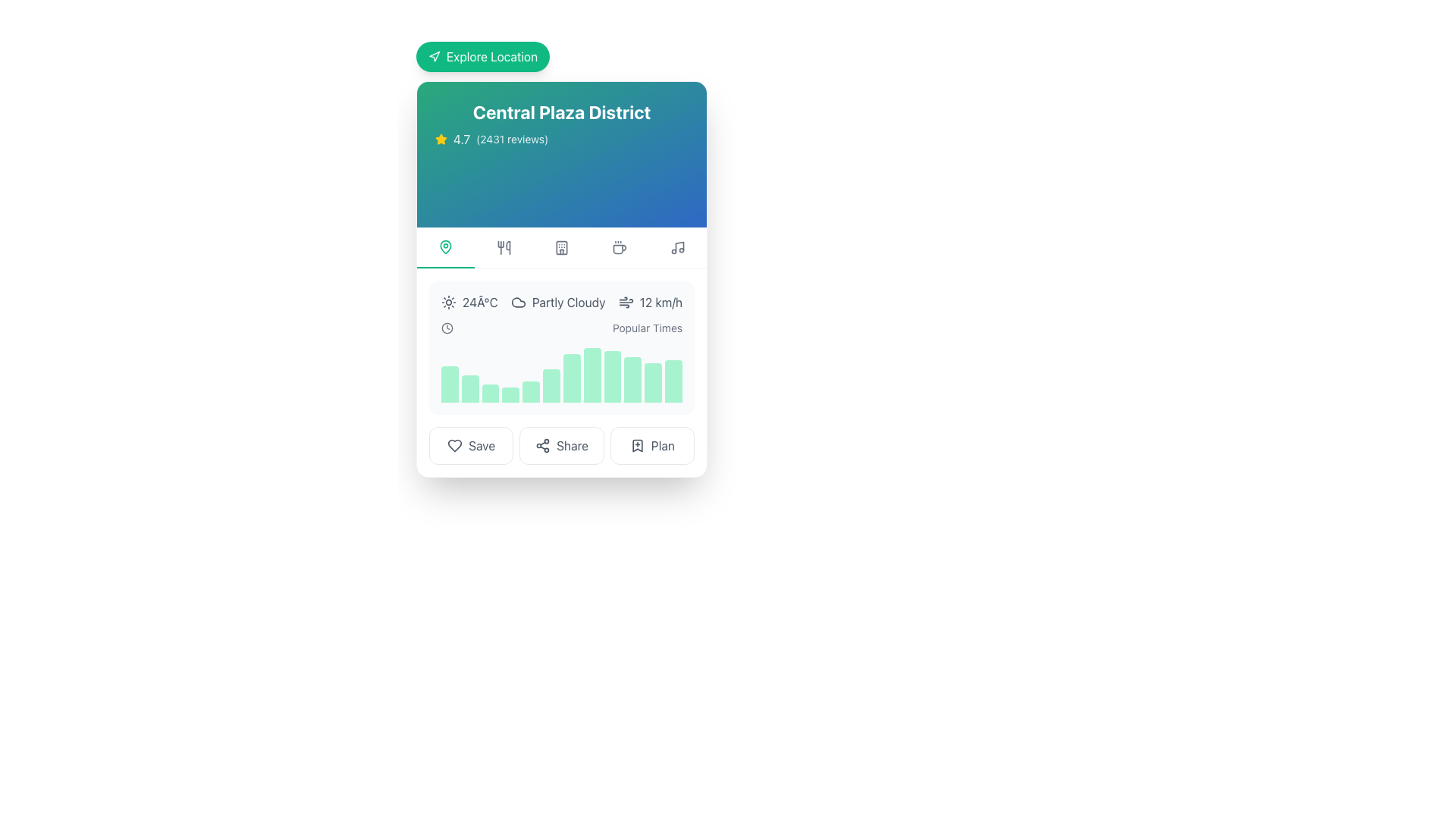  Describe the element at coordinates (447, 327) in the screenshot. I see `the circular clock icon located at the center of the clock icon in the Central Plaza District section` at that location.